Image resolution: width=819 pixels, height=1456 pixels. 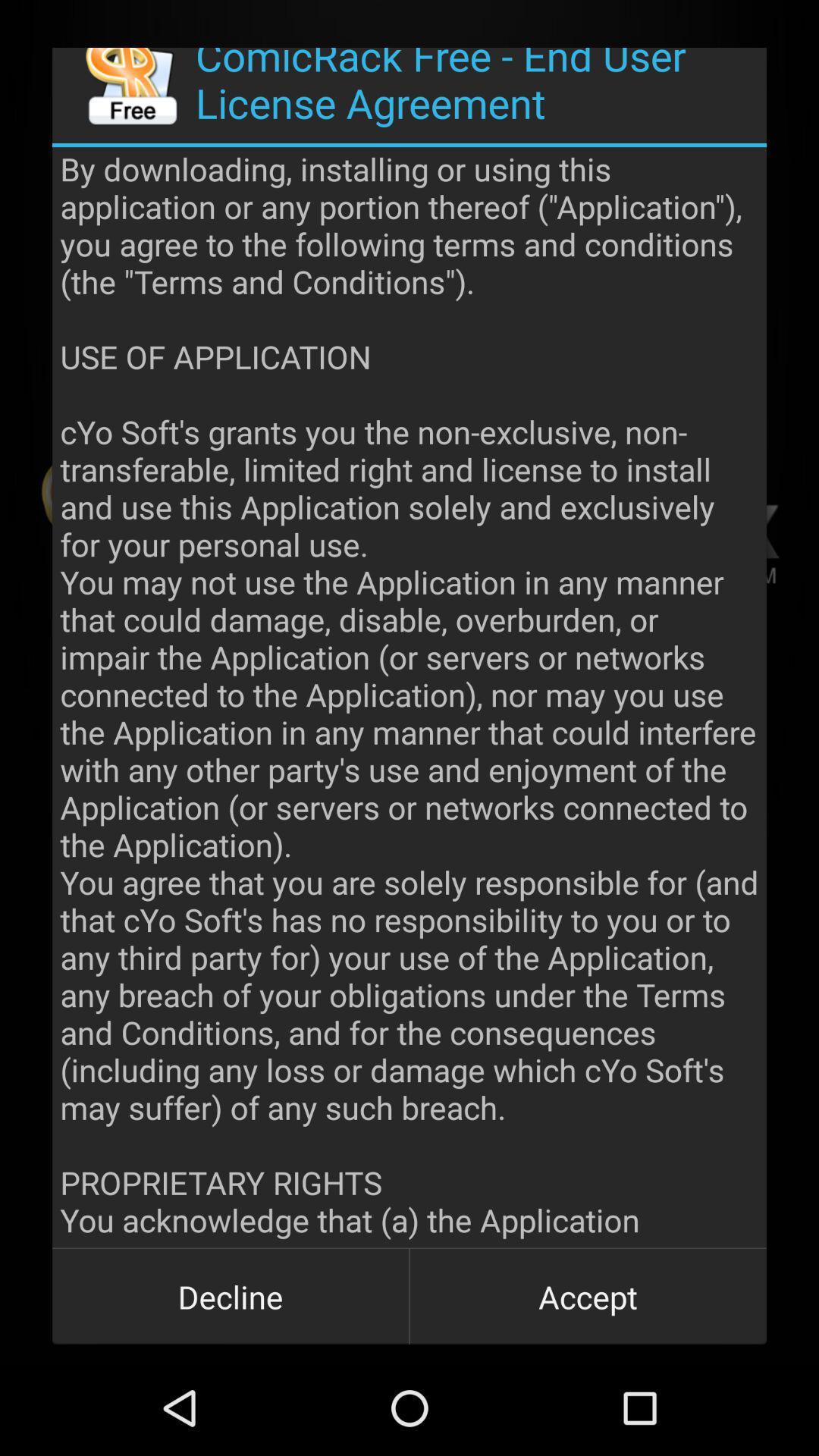 I want to click on item at the bottom left corner, so click(x=231, y=1295).